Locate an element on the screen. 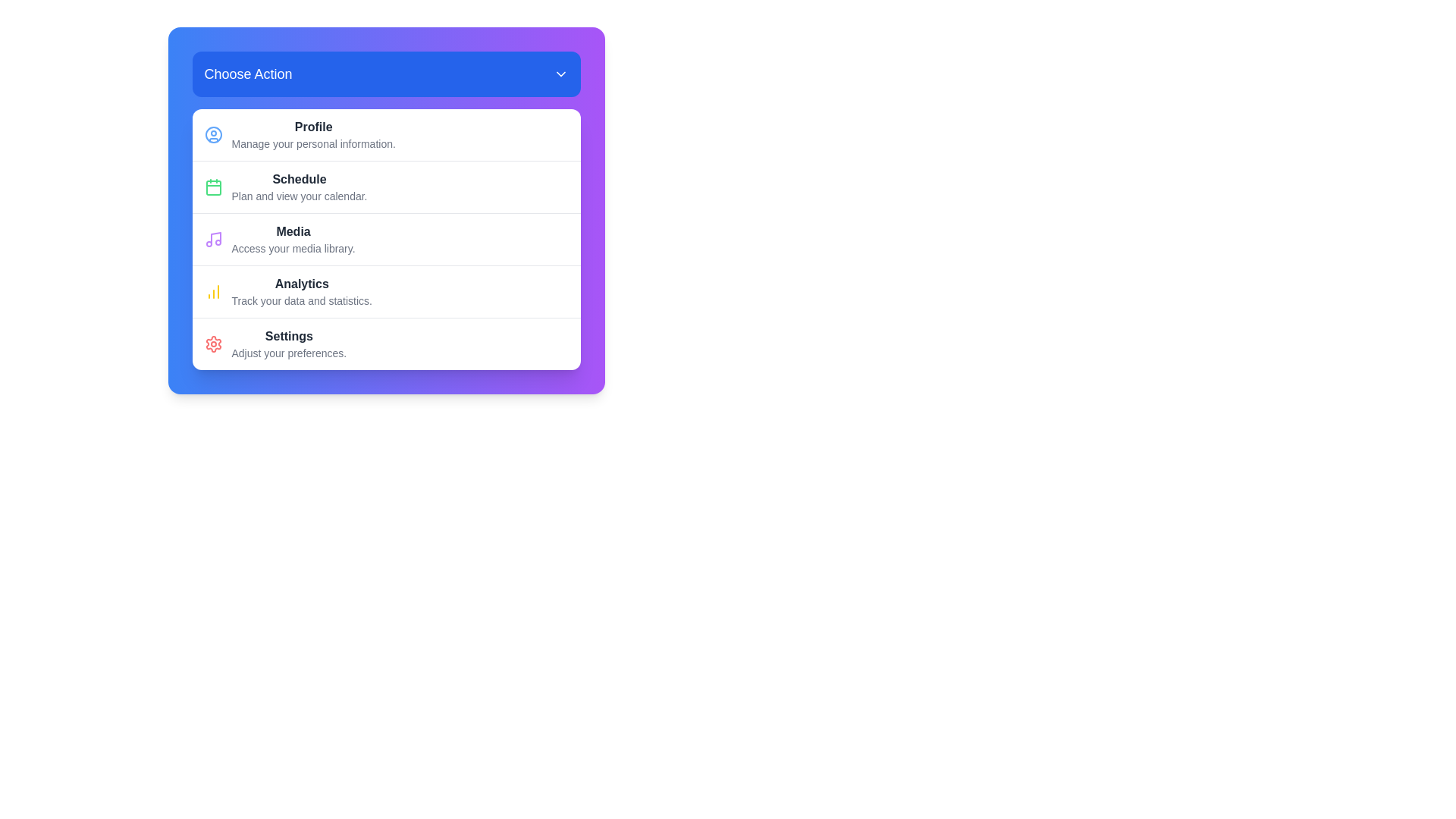 The image size is (1456, 819). the bold, dark-colored text label reading 'Media', which is prominently positioned above its descriptive text 'Access your media library' in the third option row of a vertically stacked list is located at coordinates (293, 231).